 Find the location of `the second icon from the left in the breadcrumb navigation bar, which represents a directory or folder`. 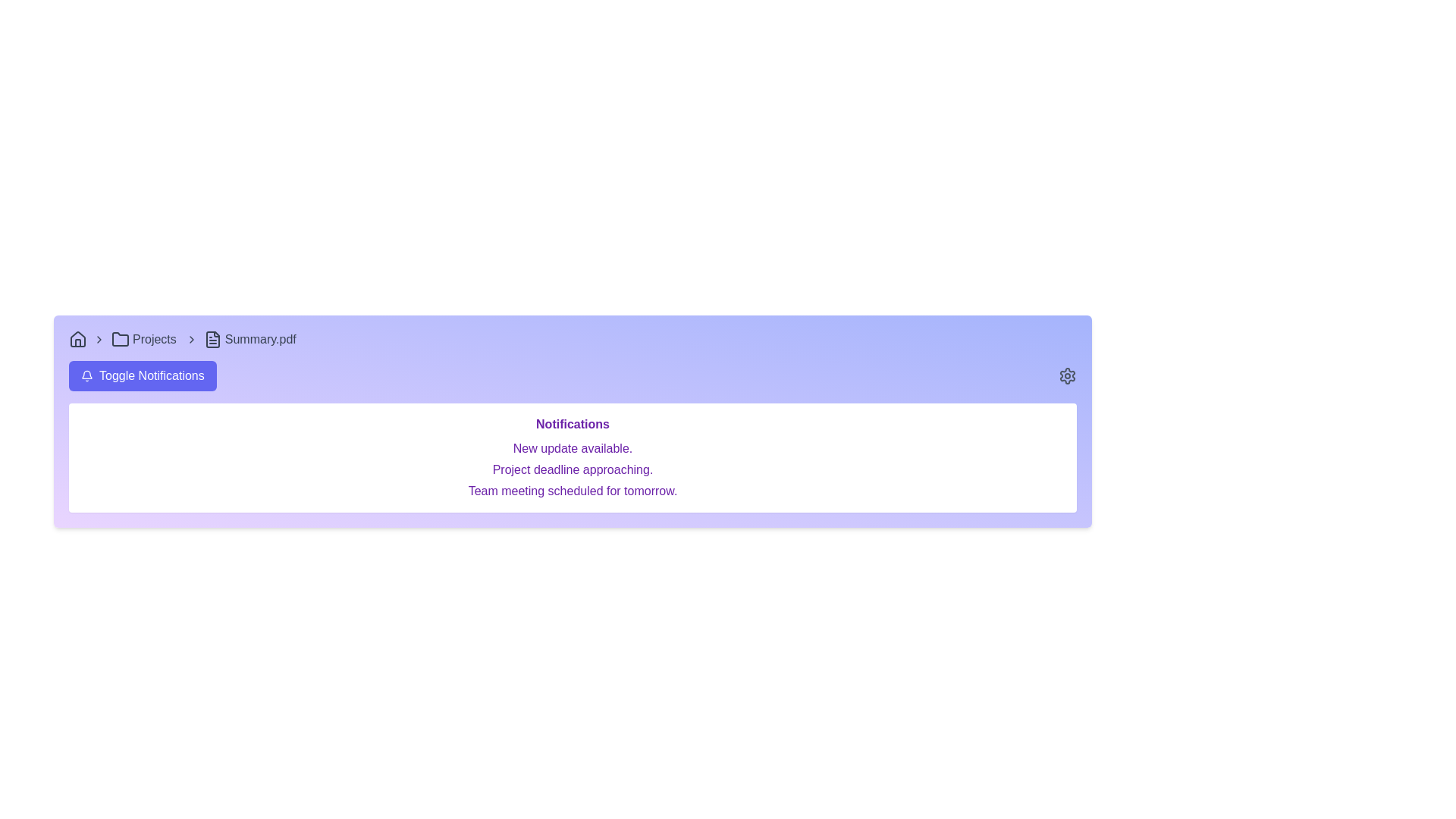

the second icon from the left in the breadcrumb navigation bar, which represents a directory or folder is located at coordinates (119, 338).